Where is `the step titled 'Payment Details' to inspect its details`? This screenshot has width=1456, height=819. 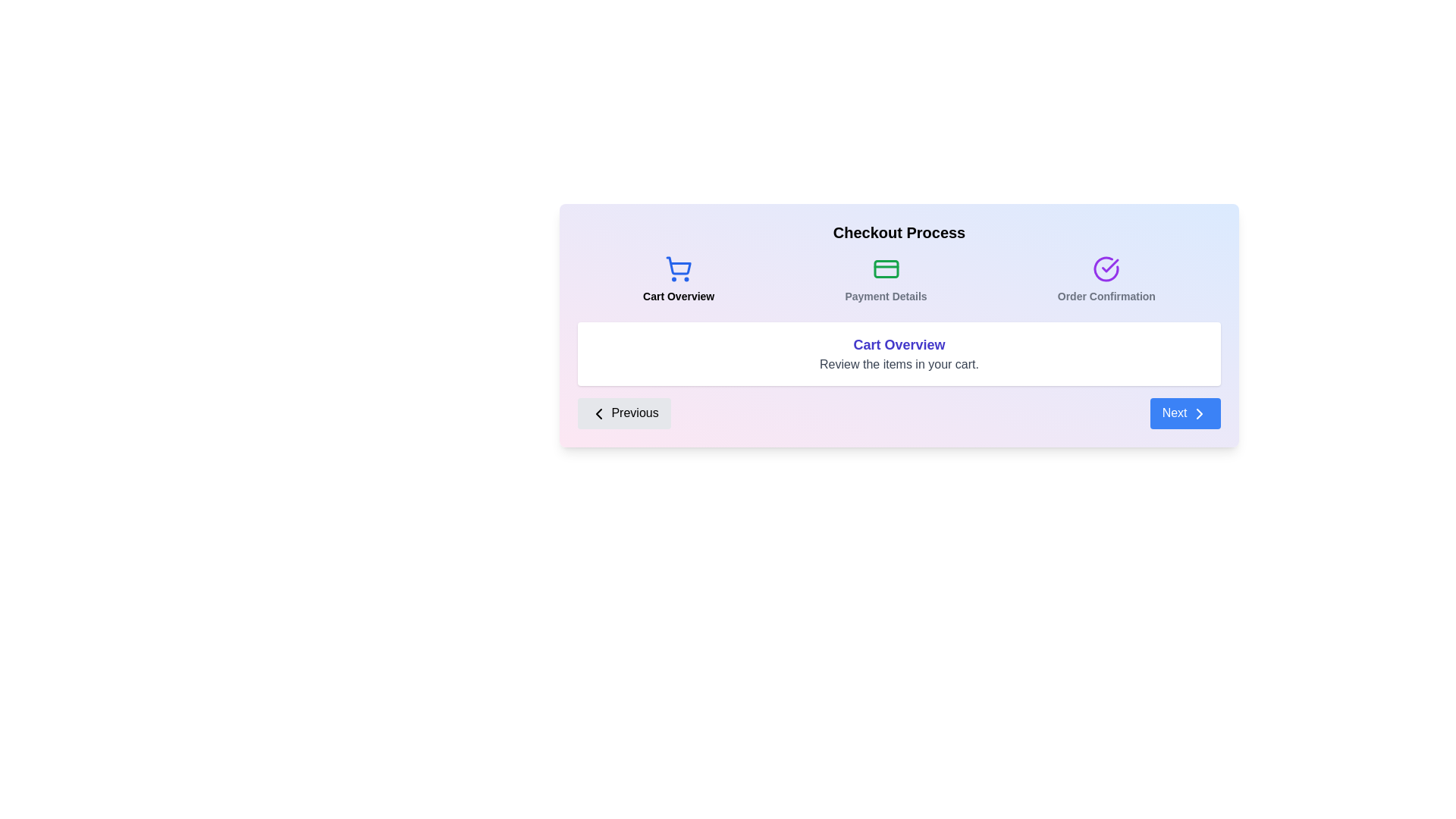
the step titled 'Payment Details' to inspect its details is located at coordinates (886, 280).